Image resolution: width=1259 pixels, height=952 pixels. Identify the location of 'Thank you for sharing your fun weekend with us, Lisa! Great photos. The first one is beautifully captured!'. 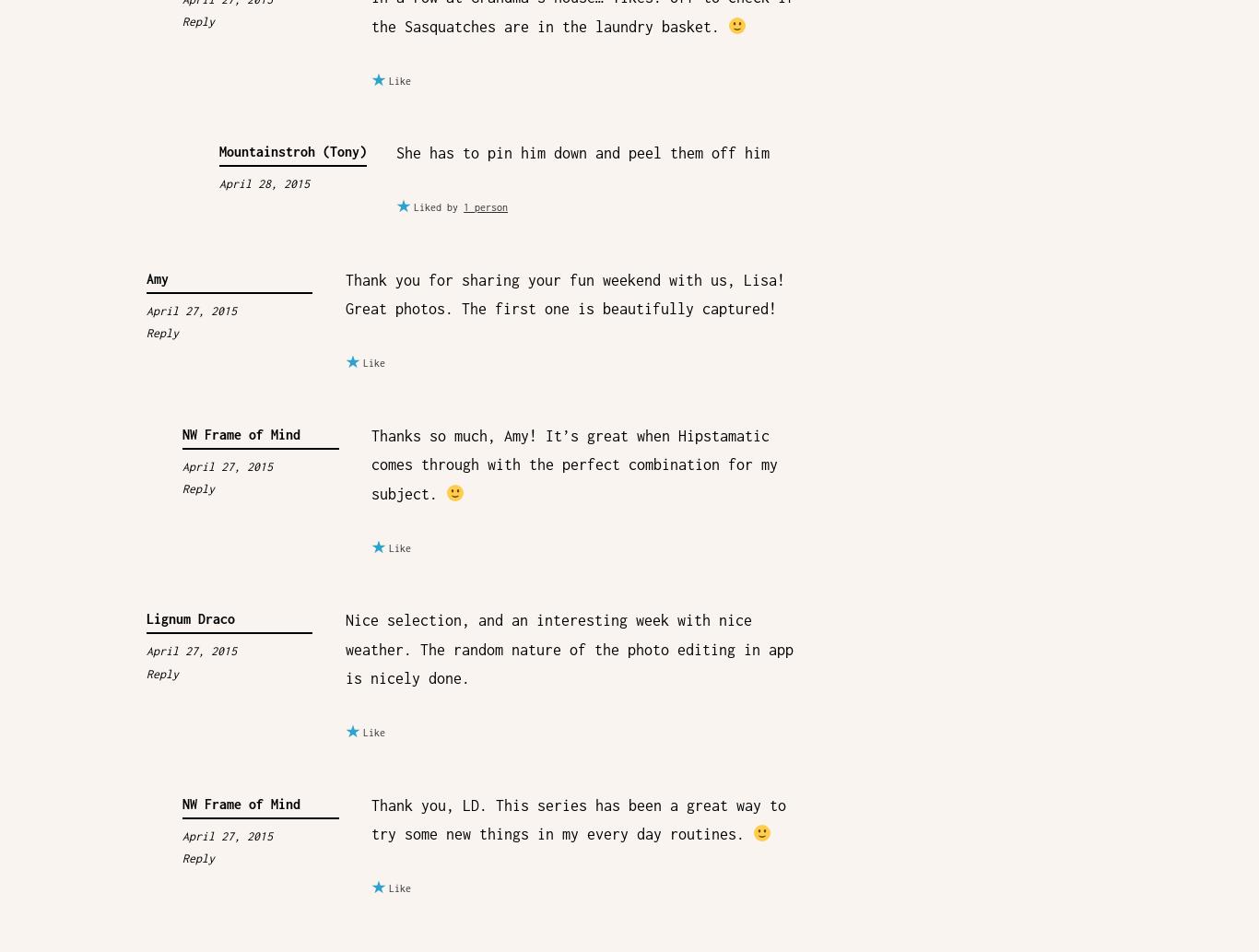
(563, 292).